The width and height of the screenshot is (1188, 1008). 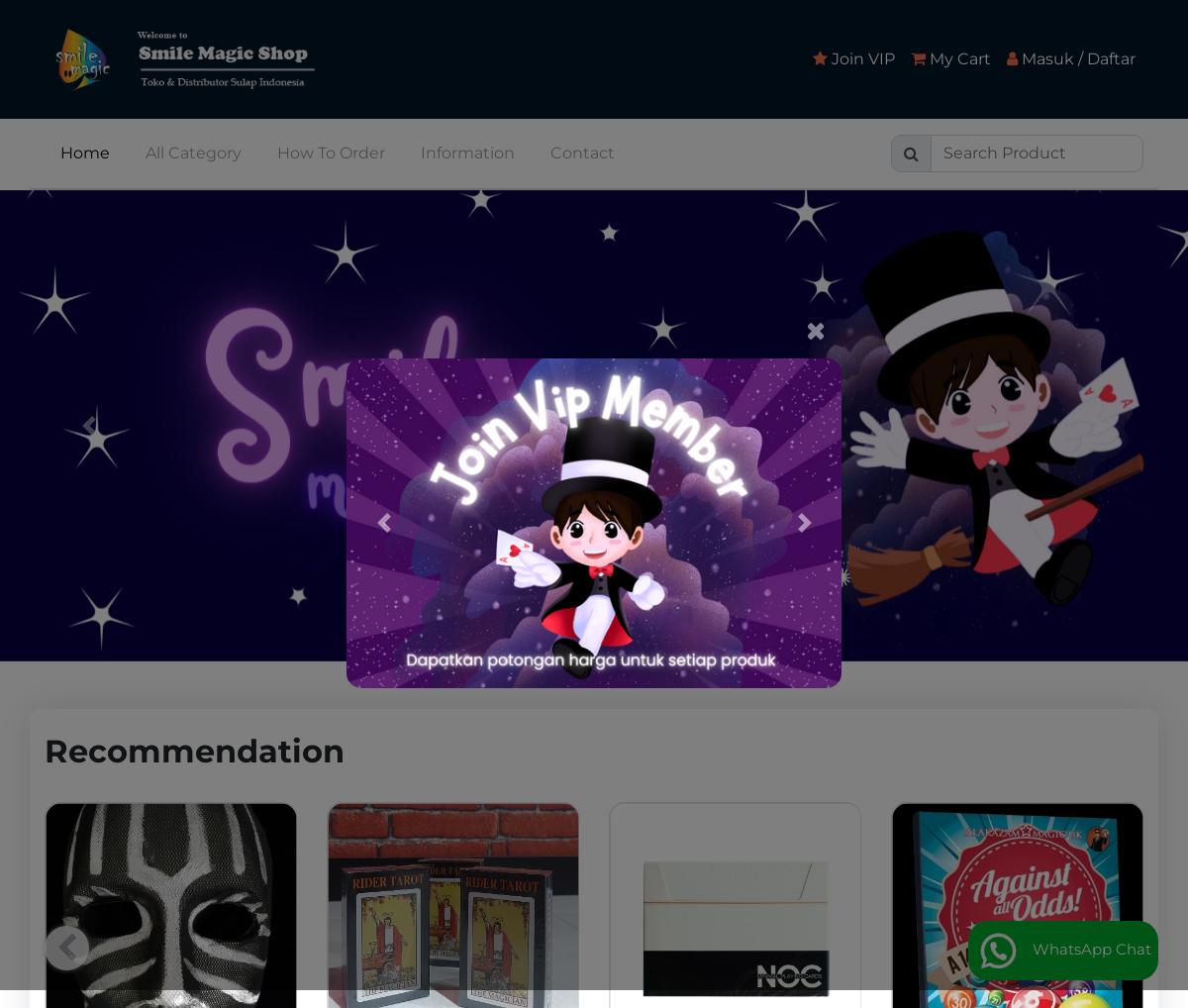 What do you see at coordinates (1019, 947) in the screenshot?
I see `'WhatsApp Chat'` at bounding box center [1019, 947].